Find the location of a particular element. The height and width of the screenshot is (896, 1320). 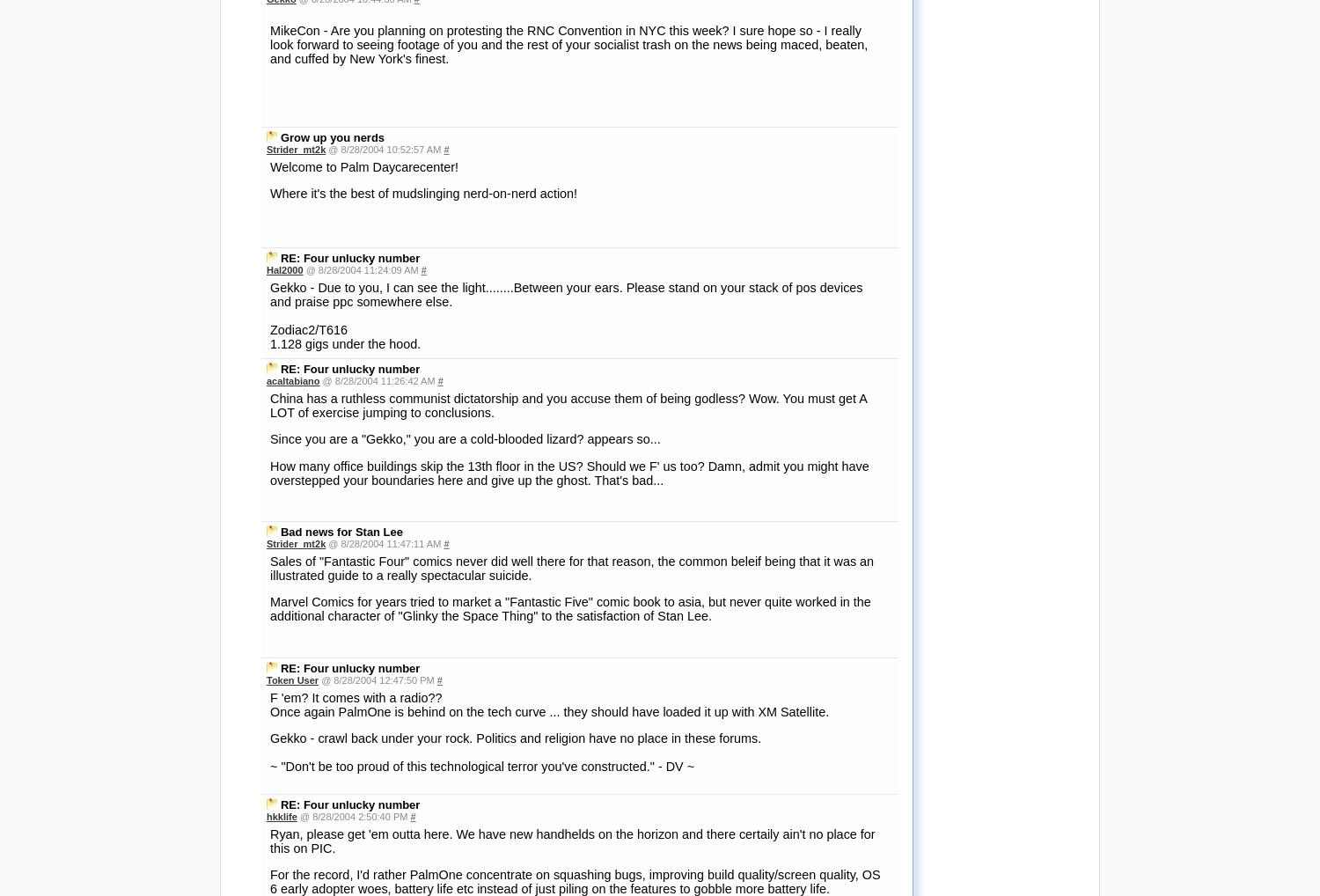

'@ 8/28/2004 12:47:50 PM' is located at coordinates (377, 679).